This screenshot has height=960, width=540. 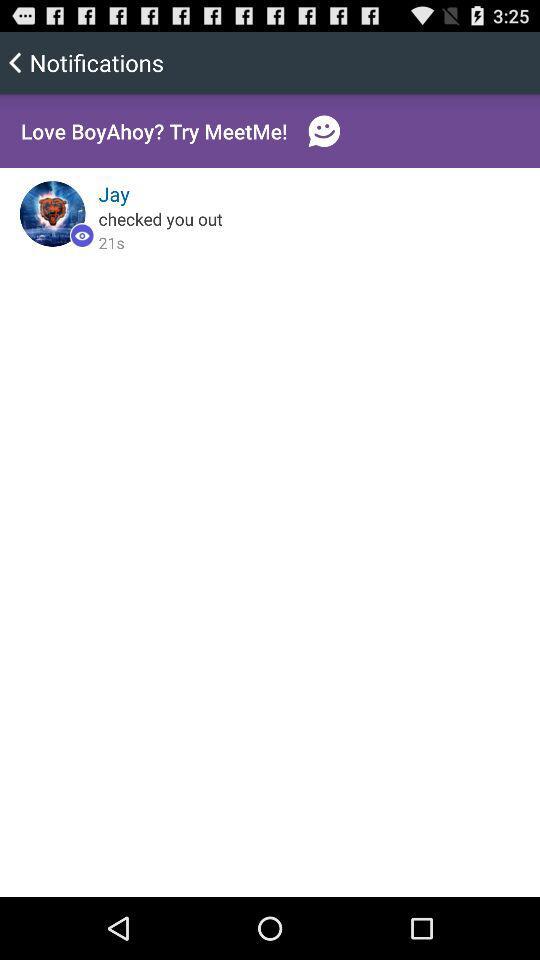 I want to click on app above the checked you out icon, so click(x=114, y=194).